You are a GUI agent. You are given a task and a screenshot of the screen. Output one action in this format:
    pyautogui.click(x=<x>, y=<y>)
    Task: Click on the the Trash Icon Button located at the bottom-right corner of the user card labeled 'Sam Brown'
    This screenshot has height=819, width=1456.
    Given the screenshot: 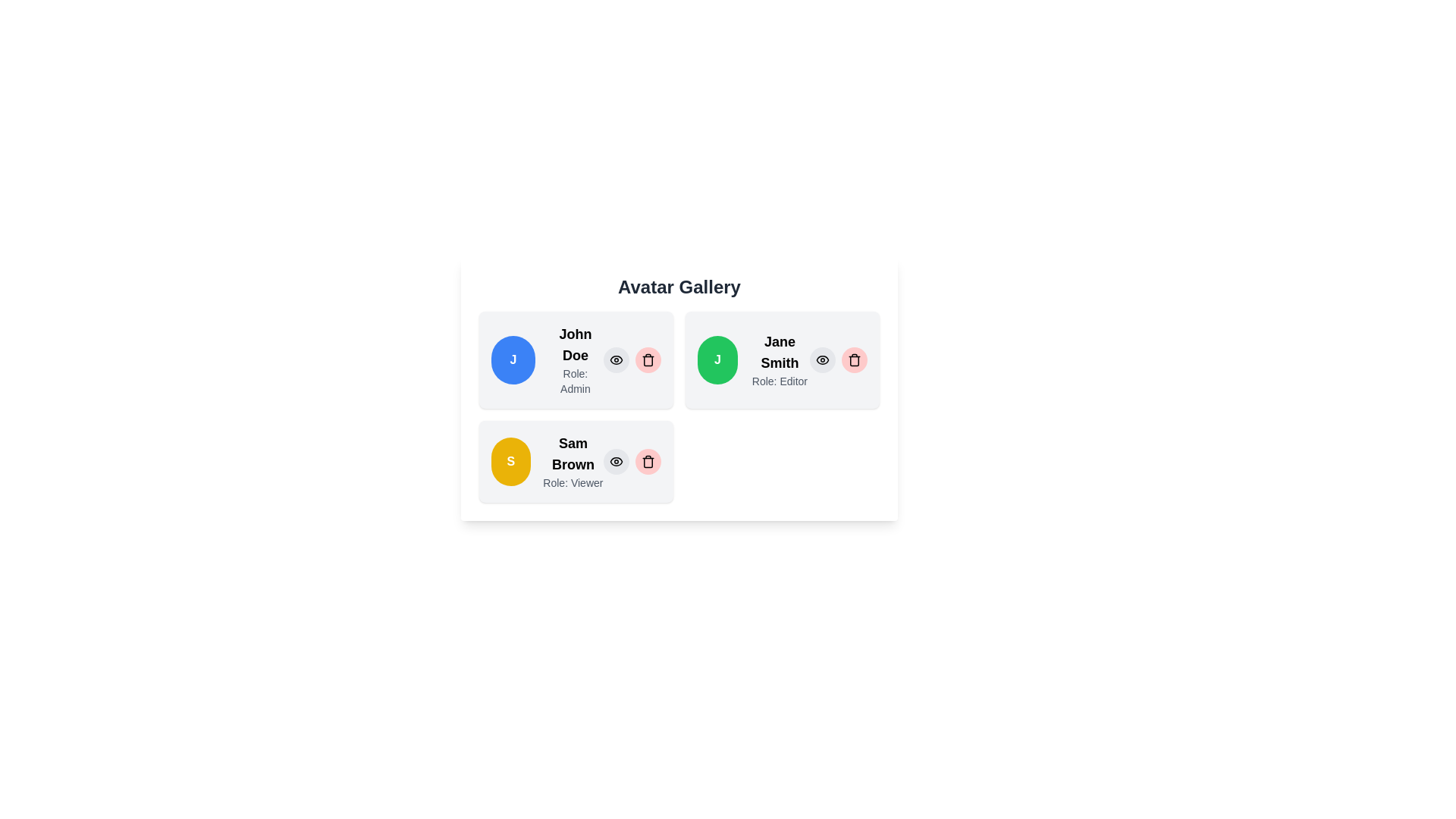 What is the action you would take?
    pyautogui.click(x=648, y=461)
    